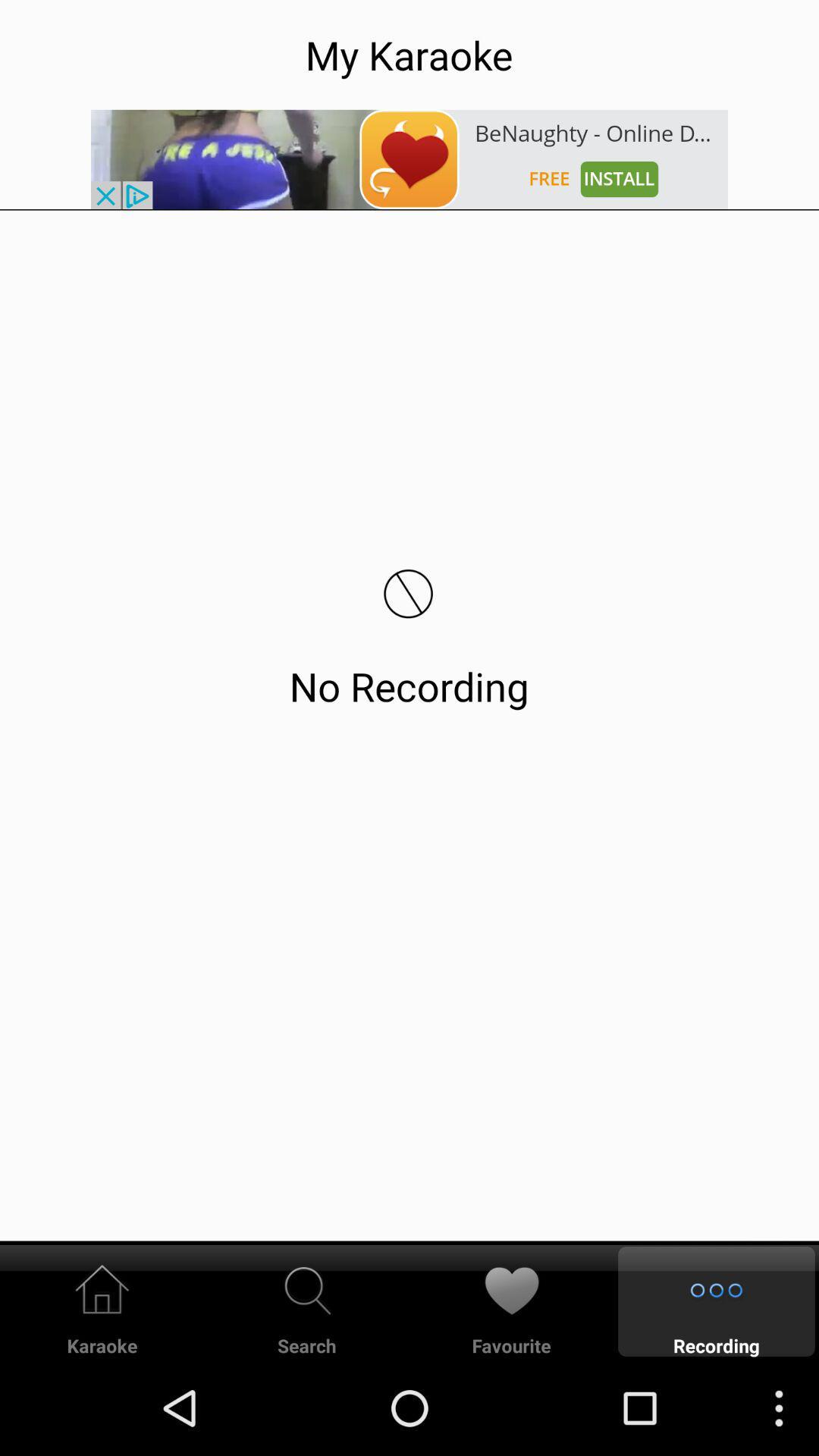  I want to click on advertisement, so click(409, 159).